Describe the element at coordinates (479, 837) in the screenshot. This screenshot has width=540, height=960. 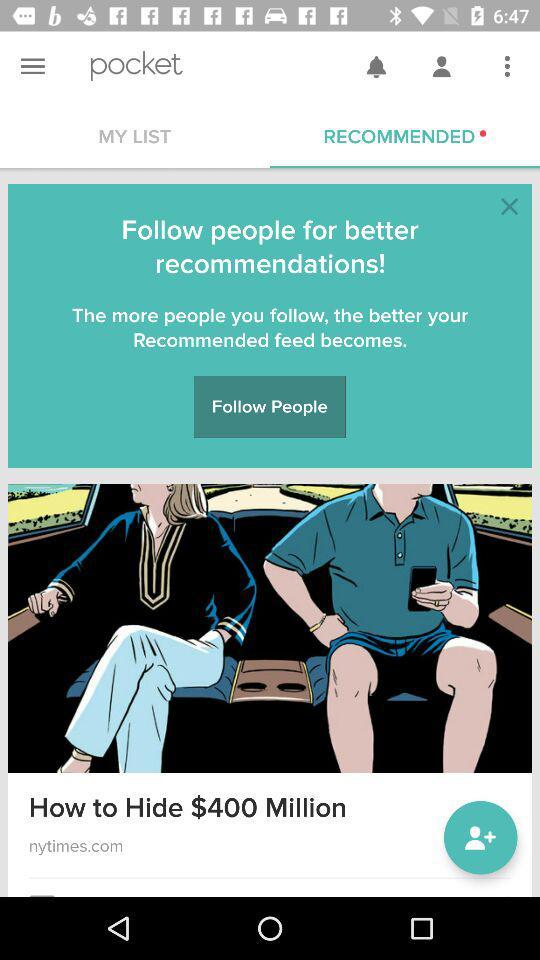
I see `the follow icon` at that location.